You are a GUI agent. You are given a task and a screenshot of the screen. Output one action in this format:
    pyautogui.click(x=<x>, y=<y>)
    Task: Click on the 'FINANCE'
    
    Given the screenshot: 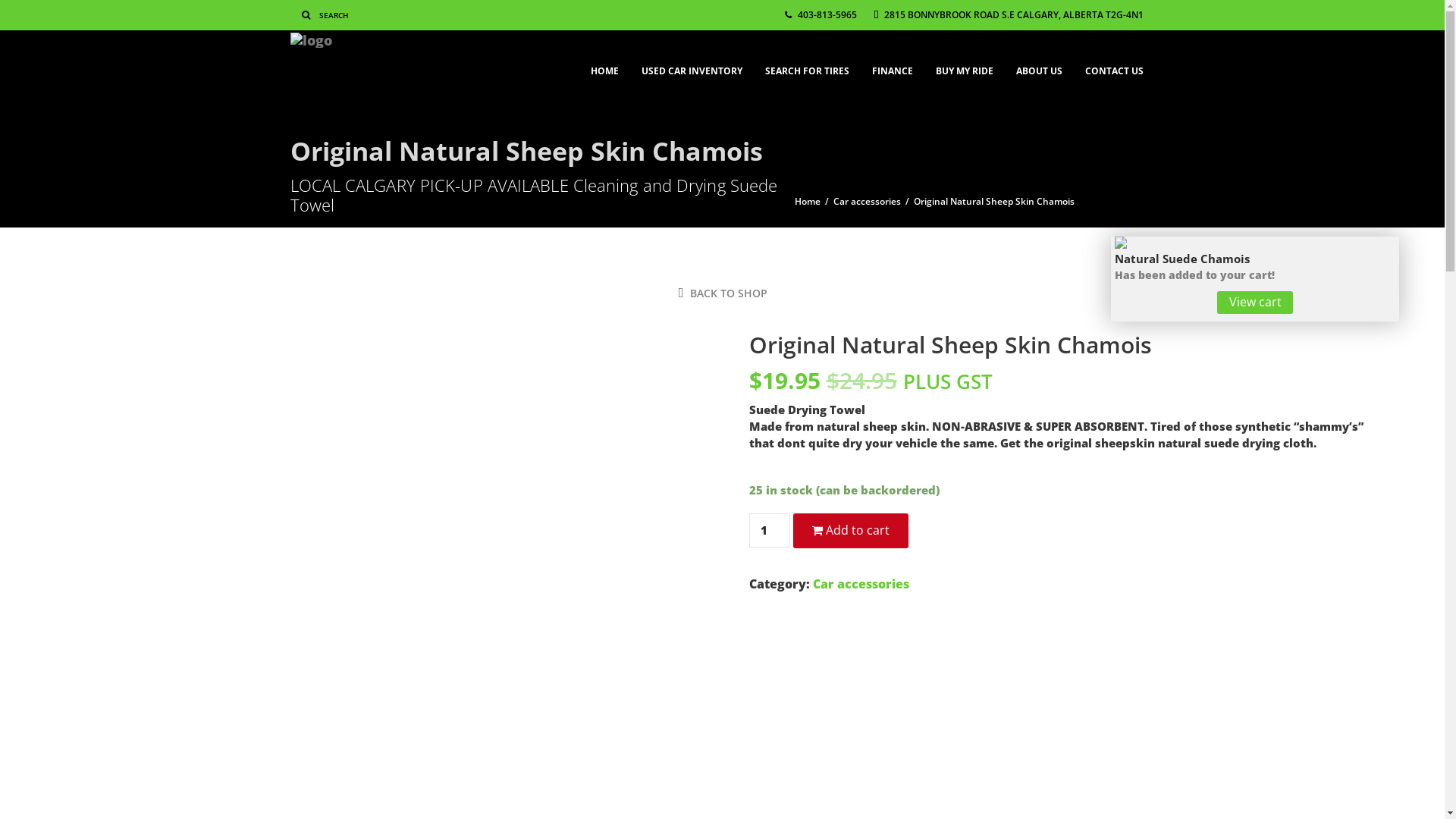 What is the action you would take?
    pyautogui.click(x=892, y=63)
    